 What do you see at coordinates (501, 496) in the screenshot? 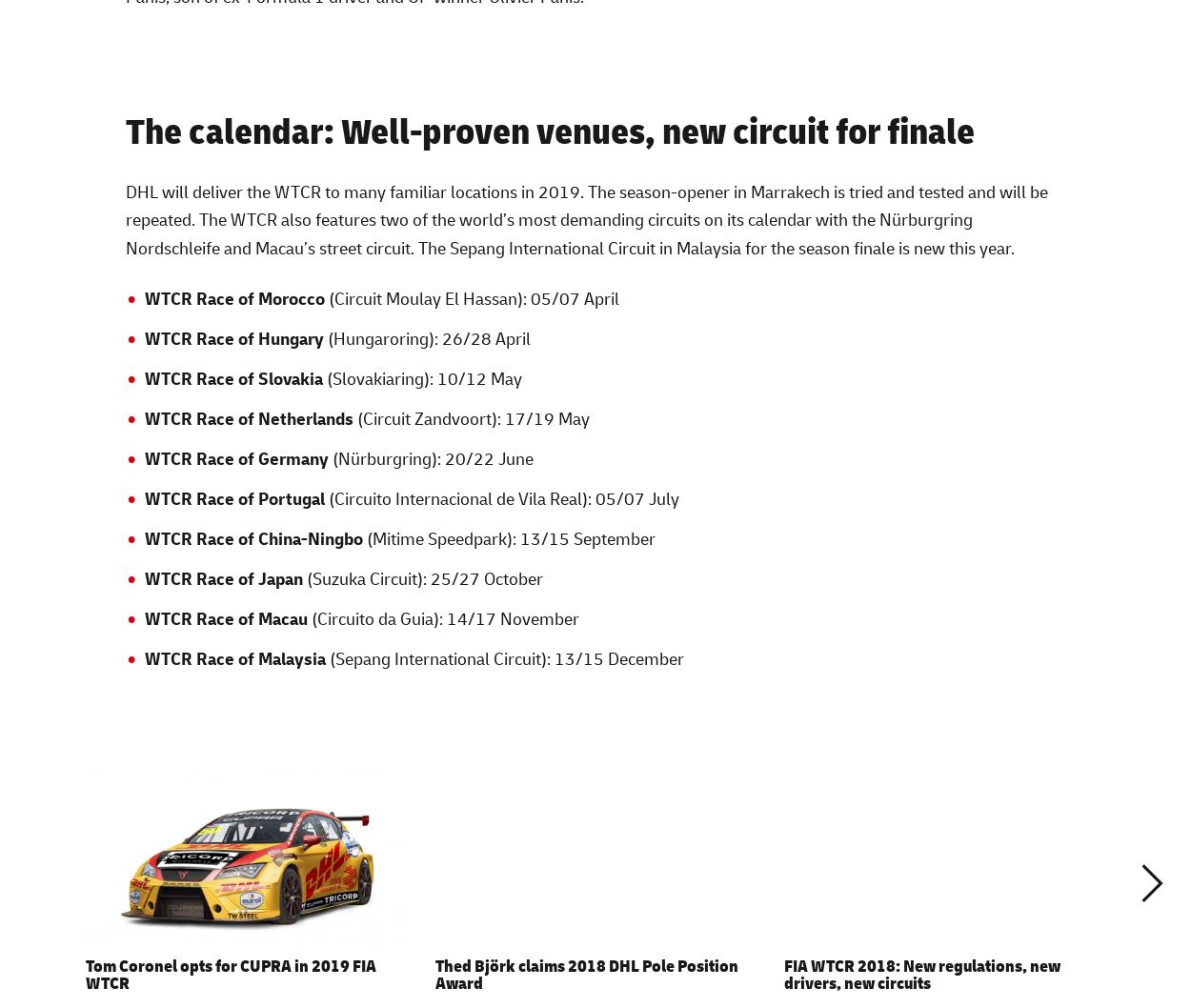
I see `'(Circuito Internacional de Vila Real): 05/07 July'` at bounding box center [501, 496].